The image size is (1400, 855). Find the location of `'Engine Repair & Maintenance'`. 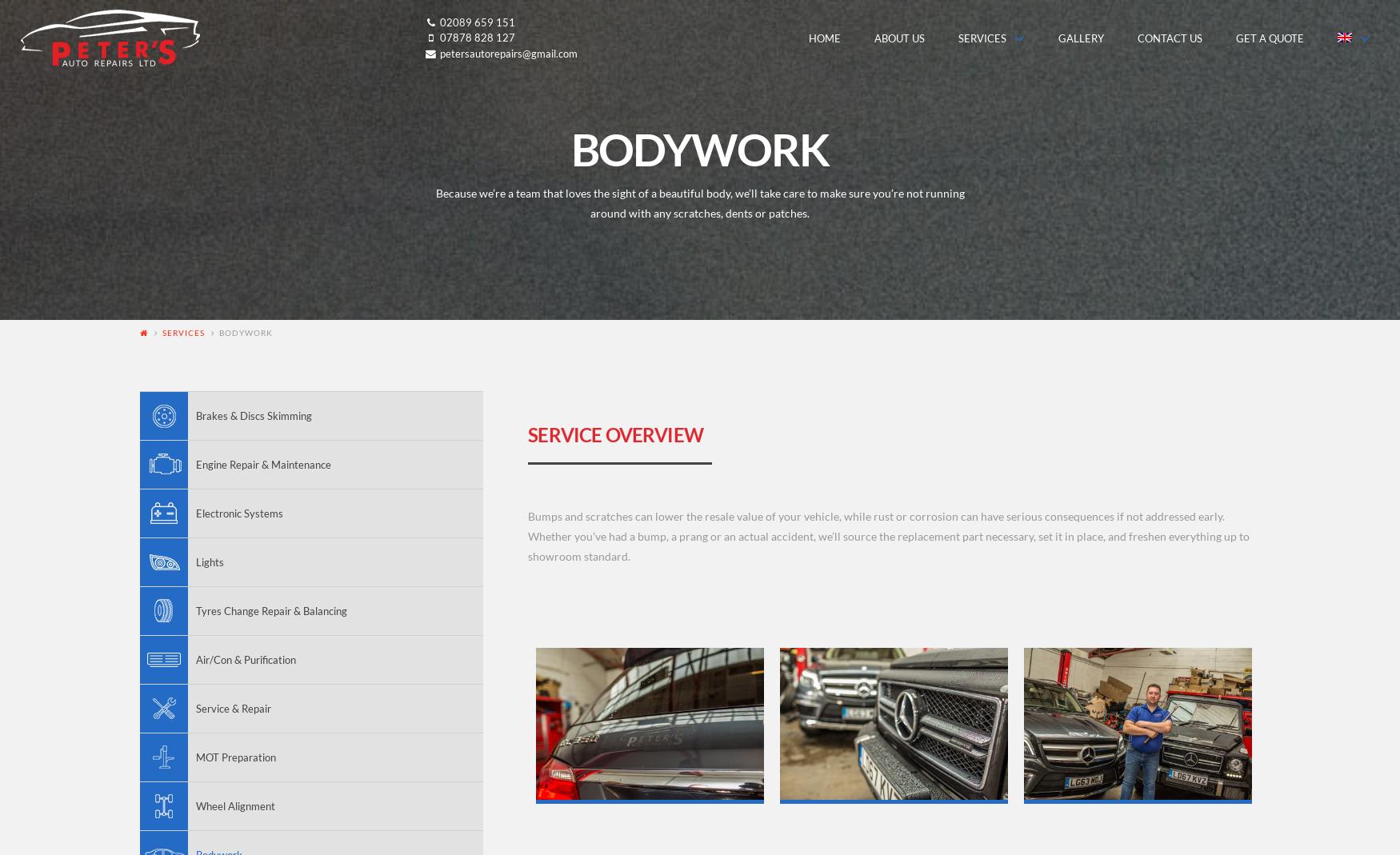

'Engine Repair & Maintenance' is located at coordinates (263, 465).